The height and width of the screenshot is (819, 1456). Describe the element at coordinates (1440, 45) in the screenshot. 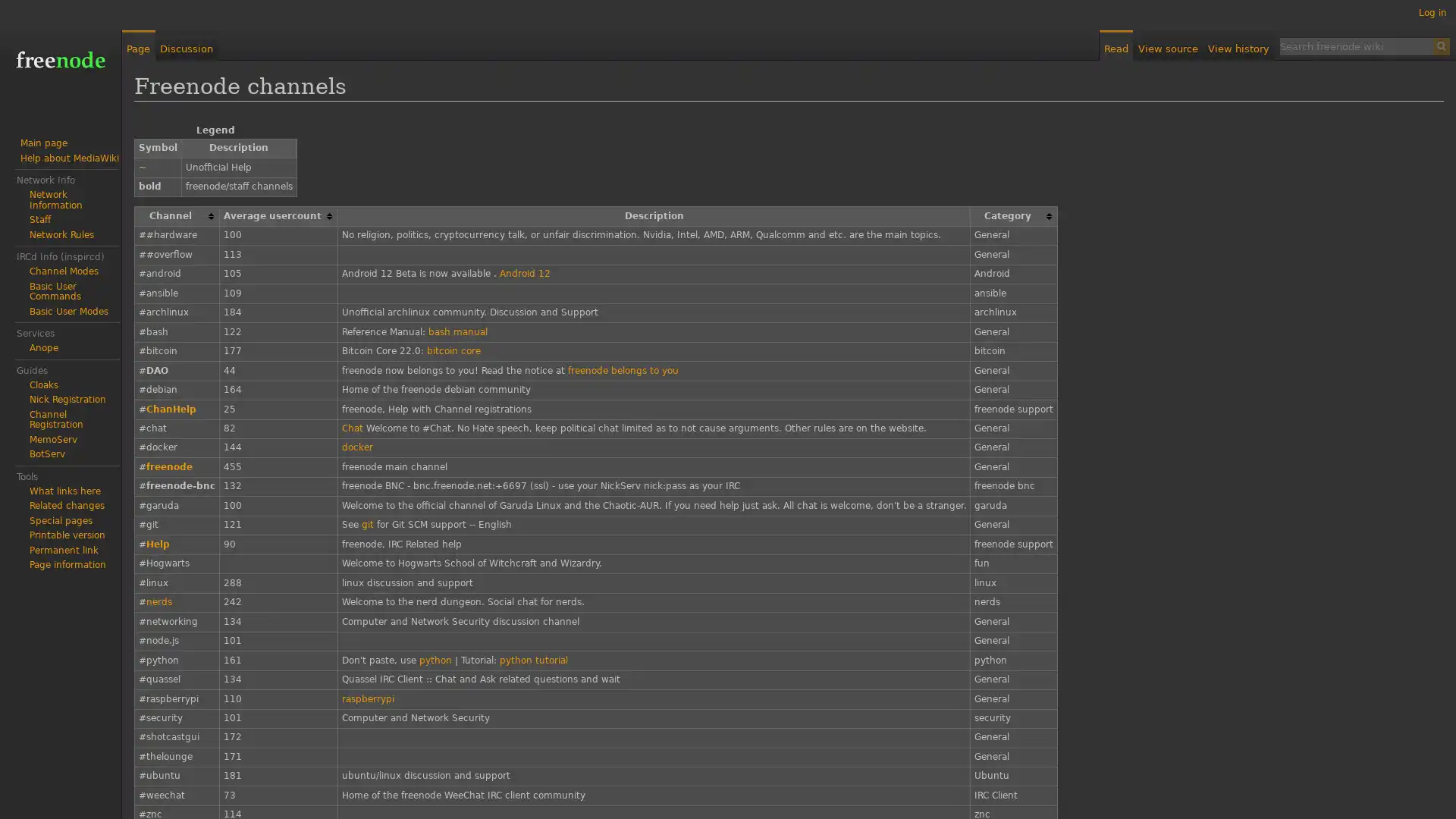

I see `Go` at that location.